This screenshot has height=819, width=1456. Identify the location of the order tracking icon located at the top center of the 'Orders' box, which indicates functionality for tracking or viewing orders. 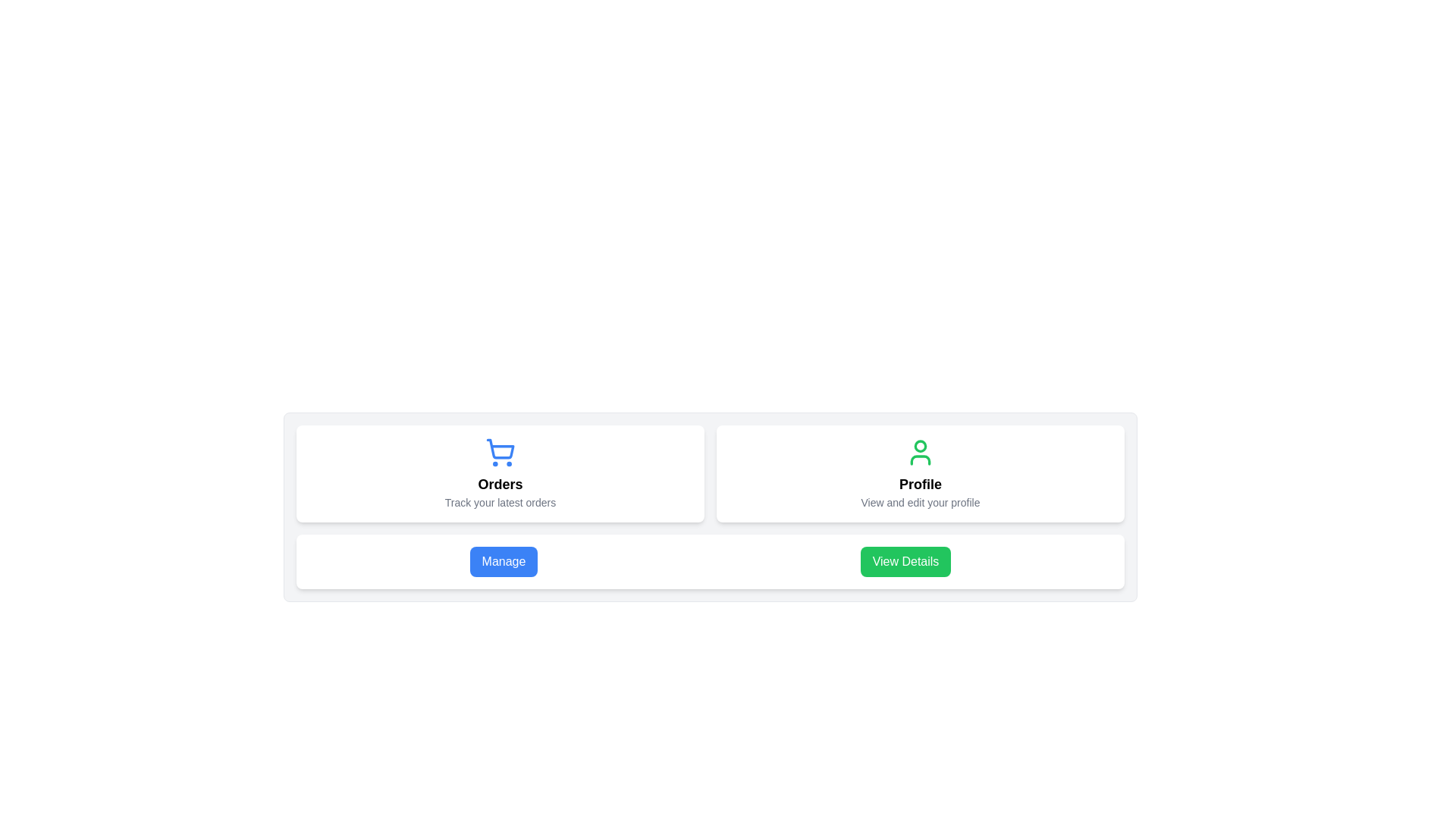
(500, 452).